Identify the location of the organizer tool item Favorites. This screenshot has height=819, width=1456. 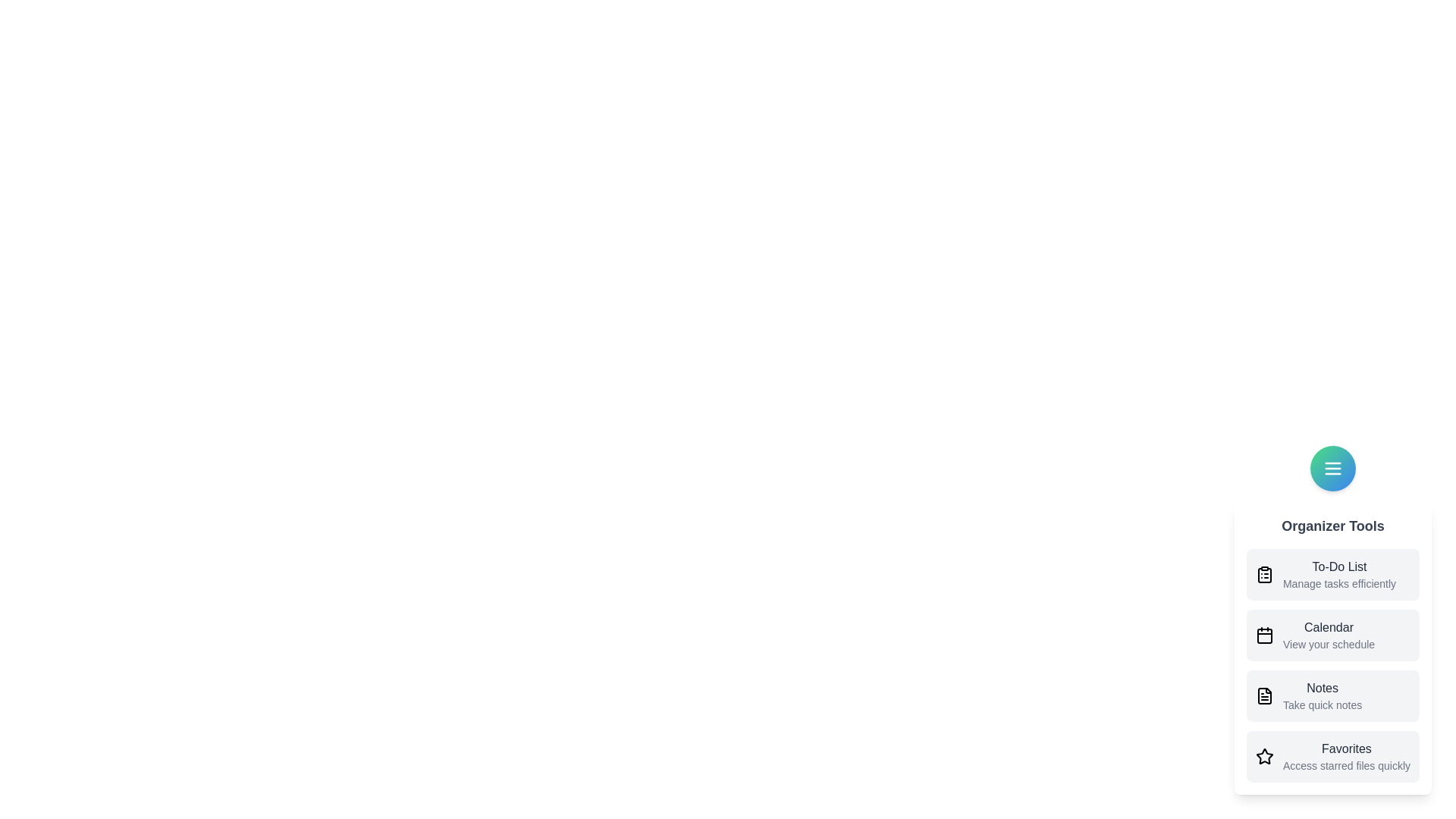
(1332, 757).